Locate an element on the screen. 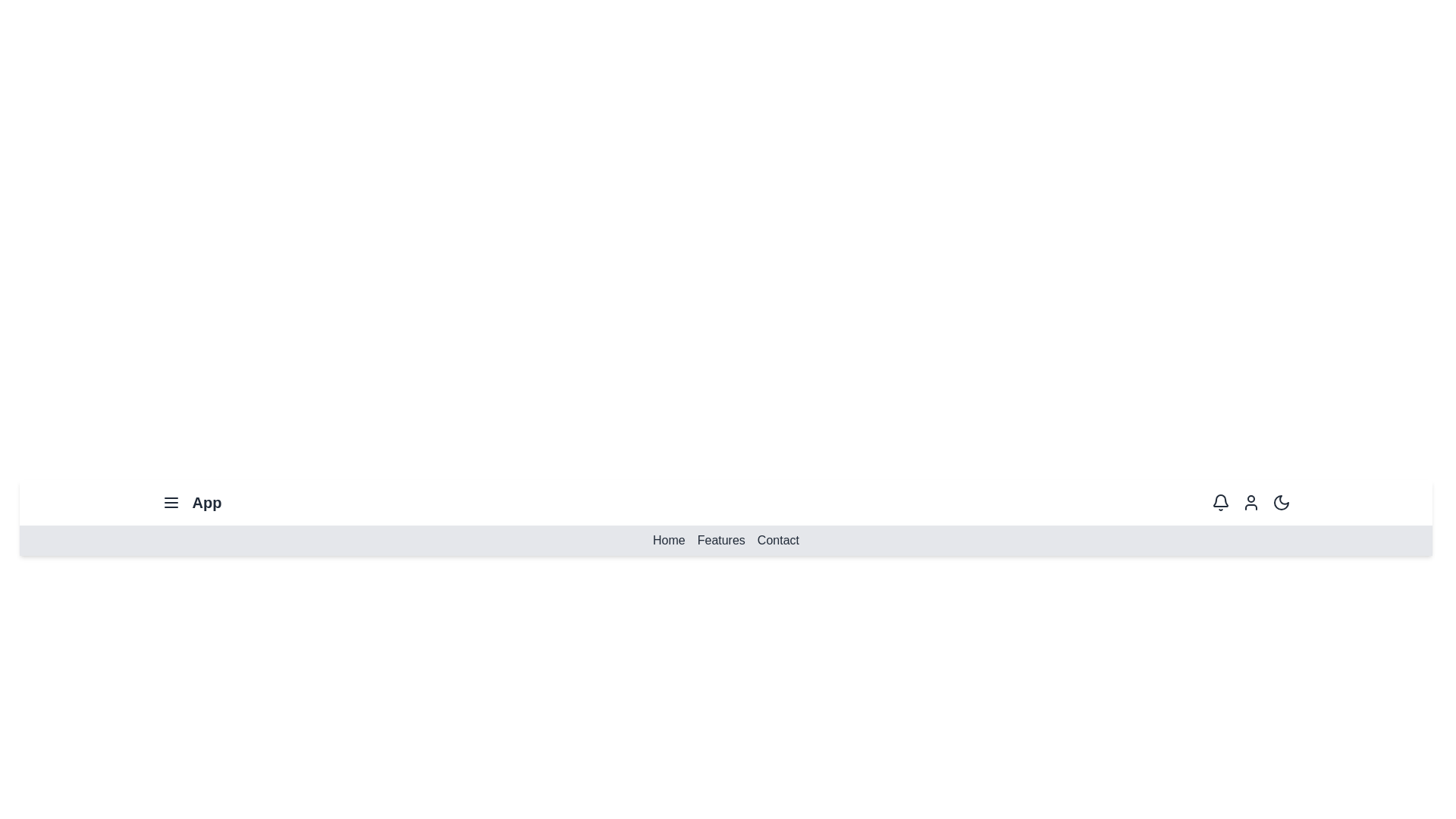  the 'Features' menu item to navigate to the Features section is located at coordinates (720, 539).